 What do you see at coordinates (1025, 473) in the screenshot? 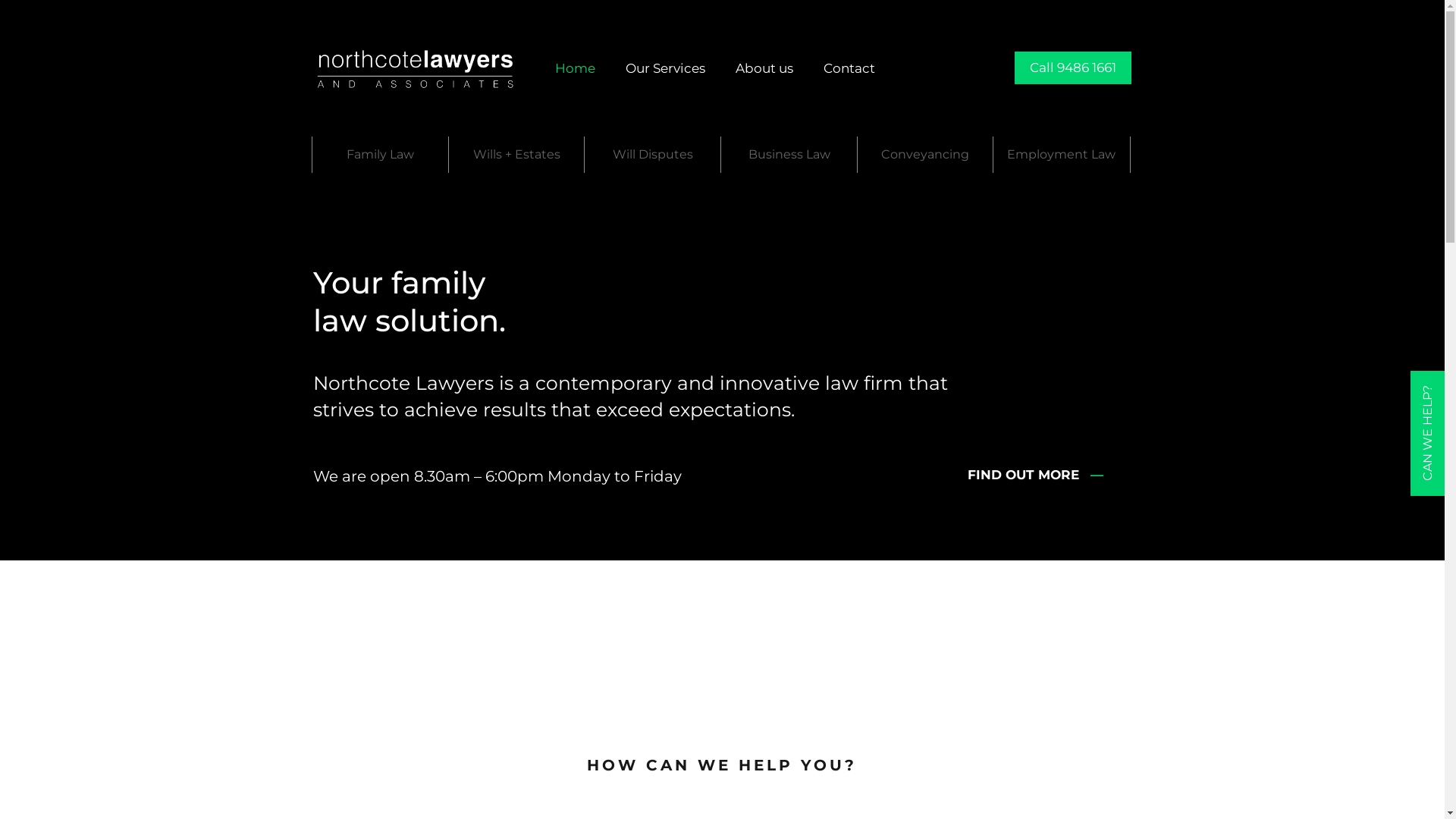
I see `'FIND OUT MORE'` at bounding box center [1025, 473].